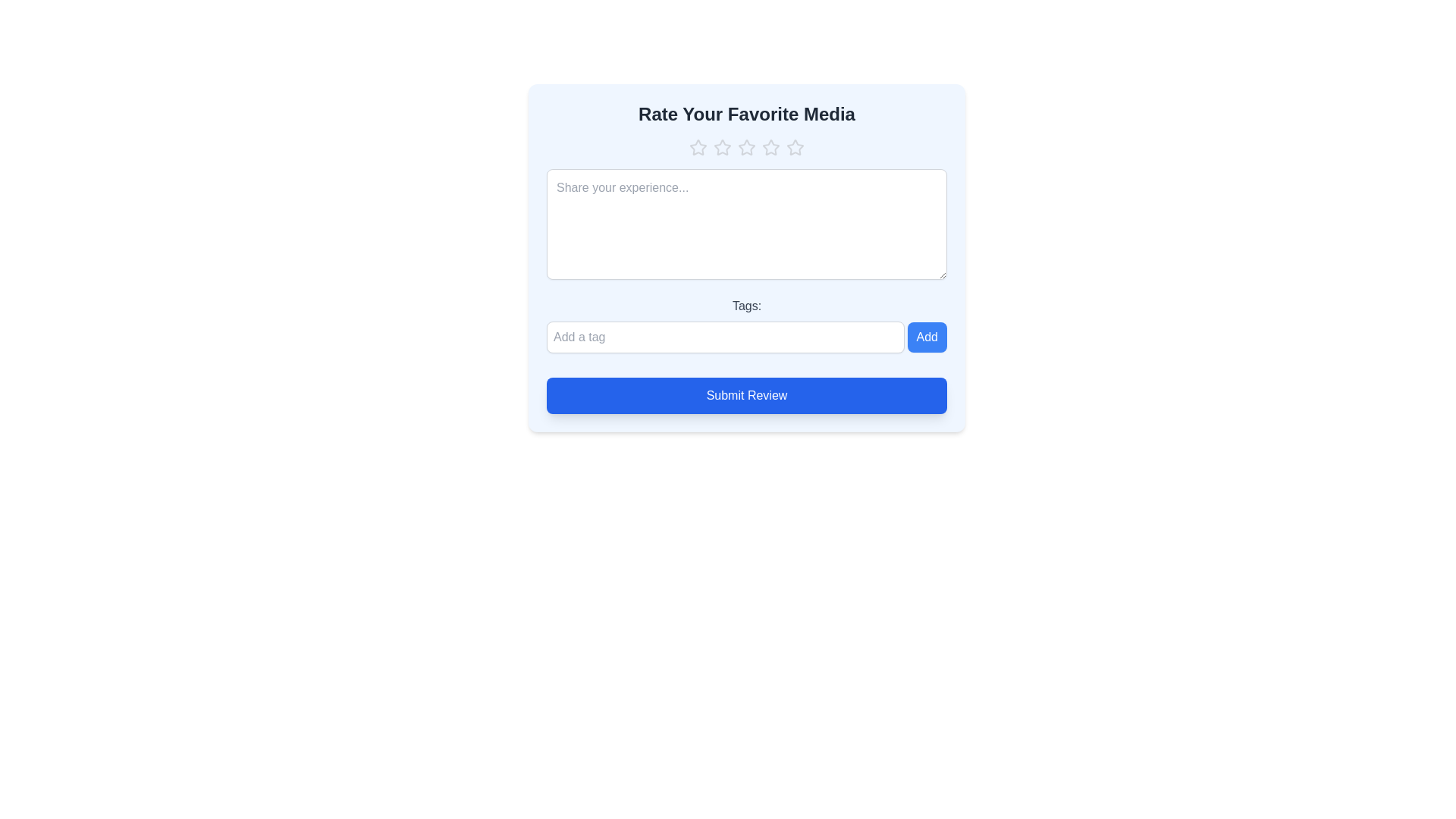 Image resolution: width=1456 pixels, height=819 pixels. I want to click on the text label that provides context for the 'Add a tag' input field, located above it in the form, so click(746, 306).